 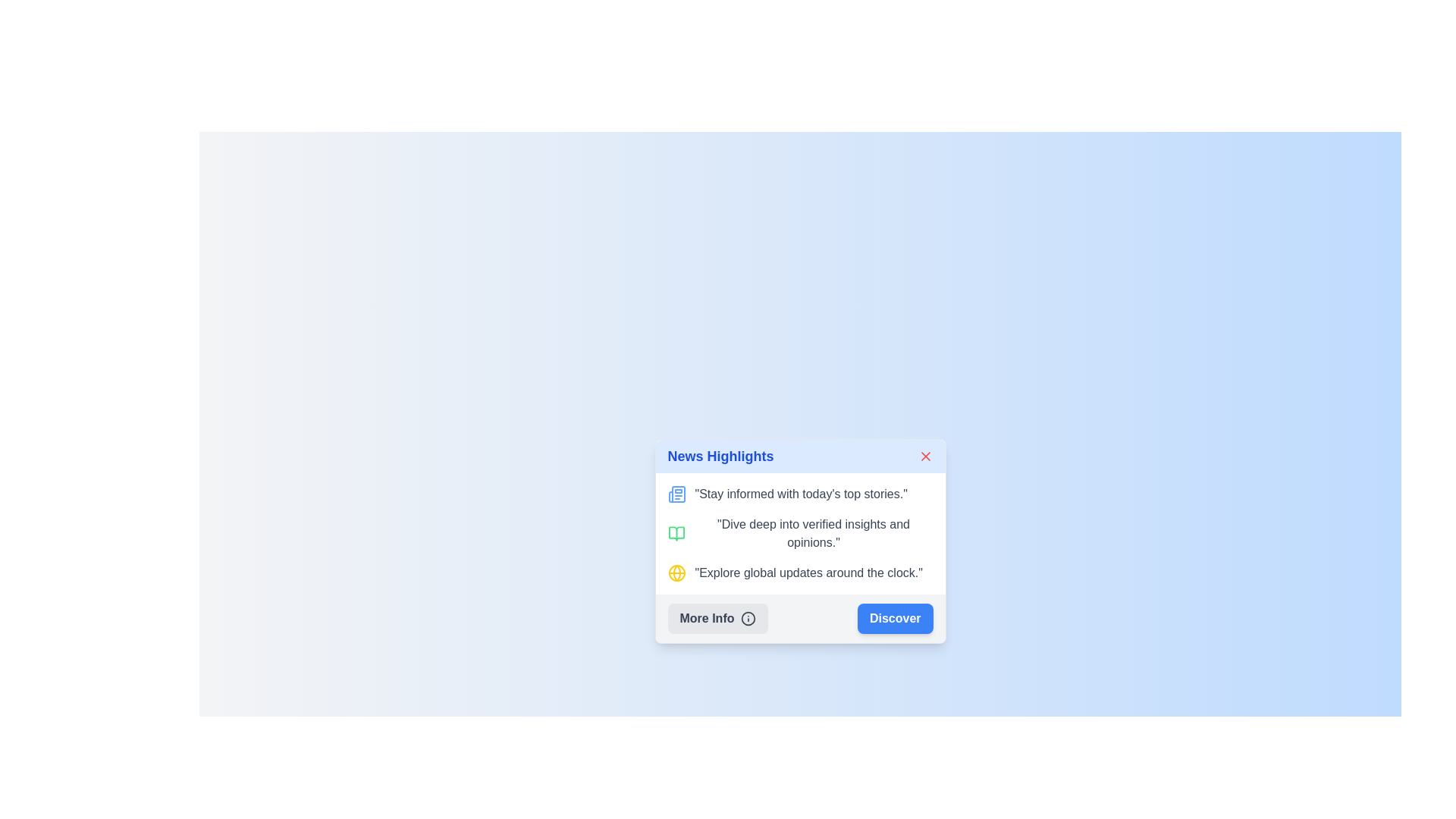 What do you see at coordinates (813, 533) in the screenshot?
I see `the static text element displaying 'Dive deep into verified insights and opinions.' located within the 'News Highlights' card, which is the second text entry in the list` at bounding box center [813, 533].